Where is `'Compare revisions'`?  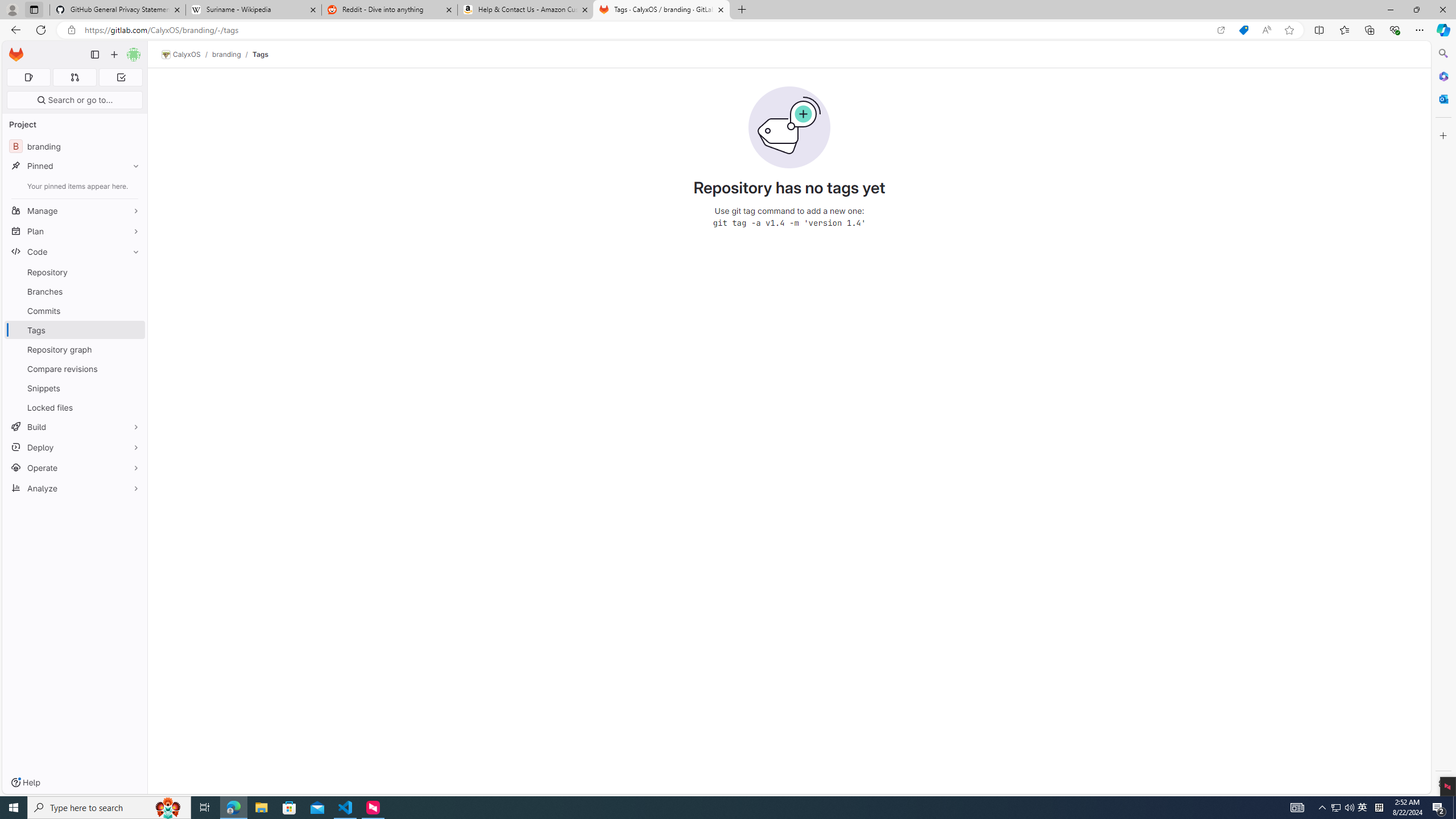
'Compare revisions' is located at coordinates (74, 368).